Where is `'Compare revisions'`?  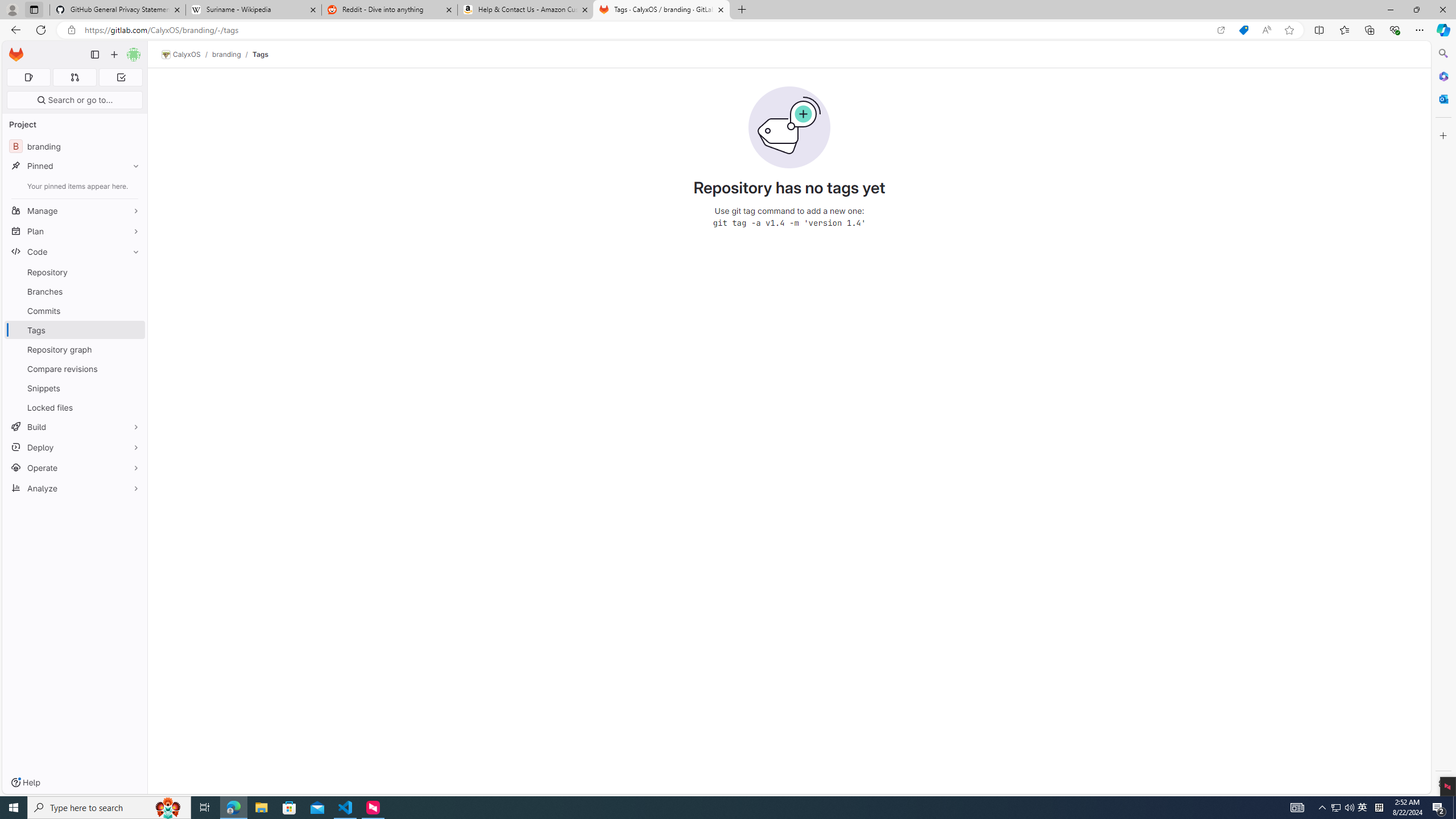
'Compare revisions' is located at coordinates (74, 368).